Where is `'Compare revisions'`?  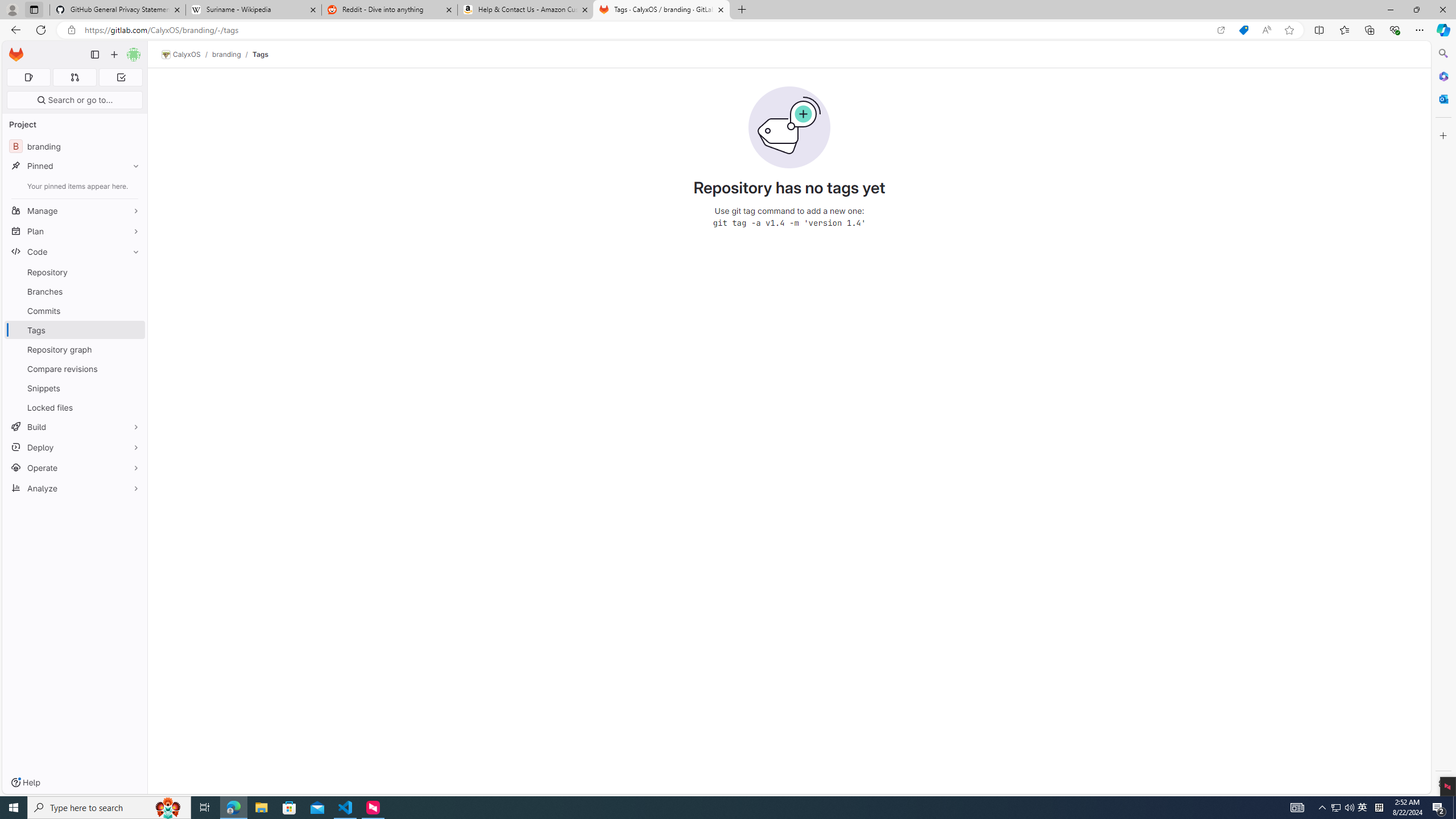
'Compare revisions' is located at coordinates (74, 368).